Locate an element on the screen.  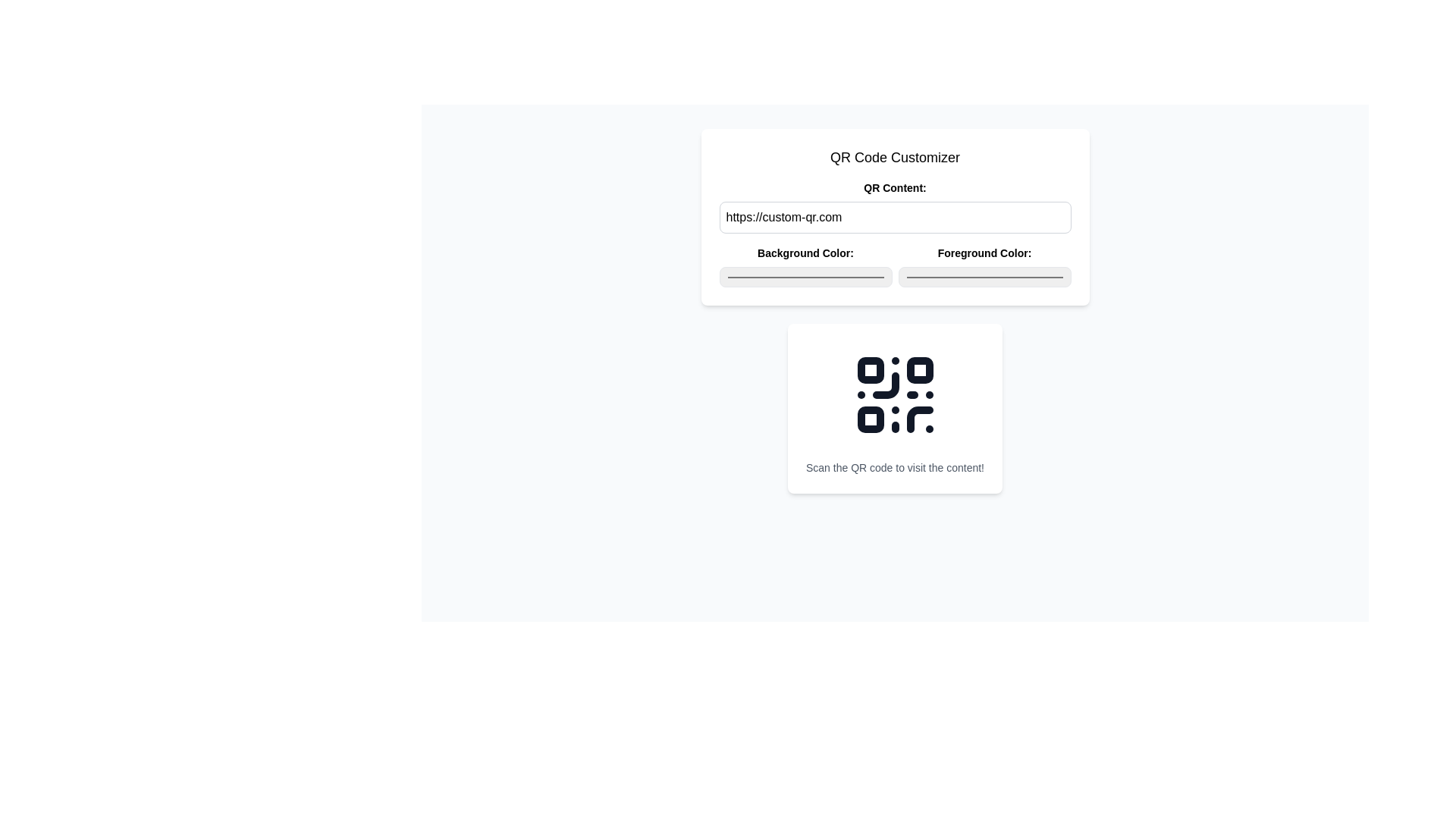
the foreground color value by sliding is located at coordinates (908, 277).